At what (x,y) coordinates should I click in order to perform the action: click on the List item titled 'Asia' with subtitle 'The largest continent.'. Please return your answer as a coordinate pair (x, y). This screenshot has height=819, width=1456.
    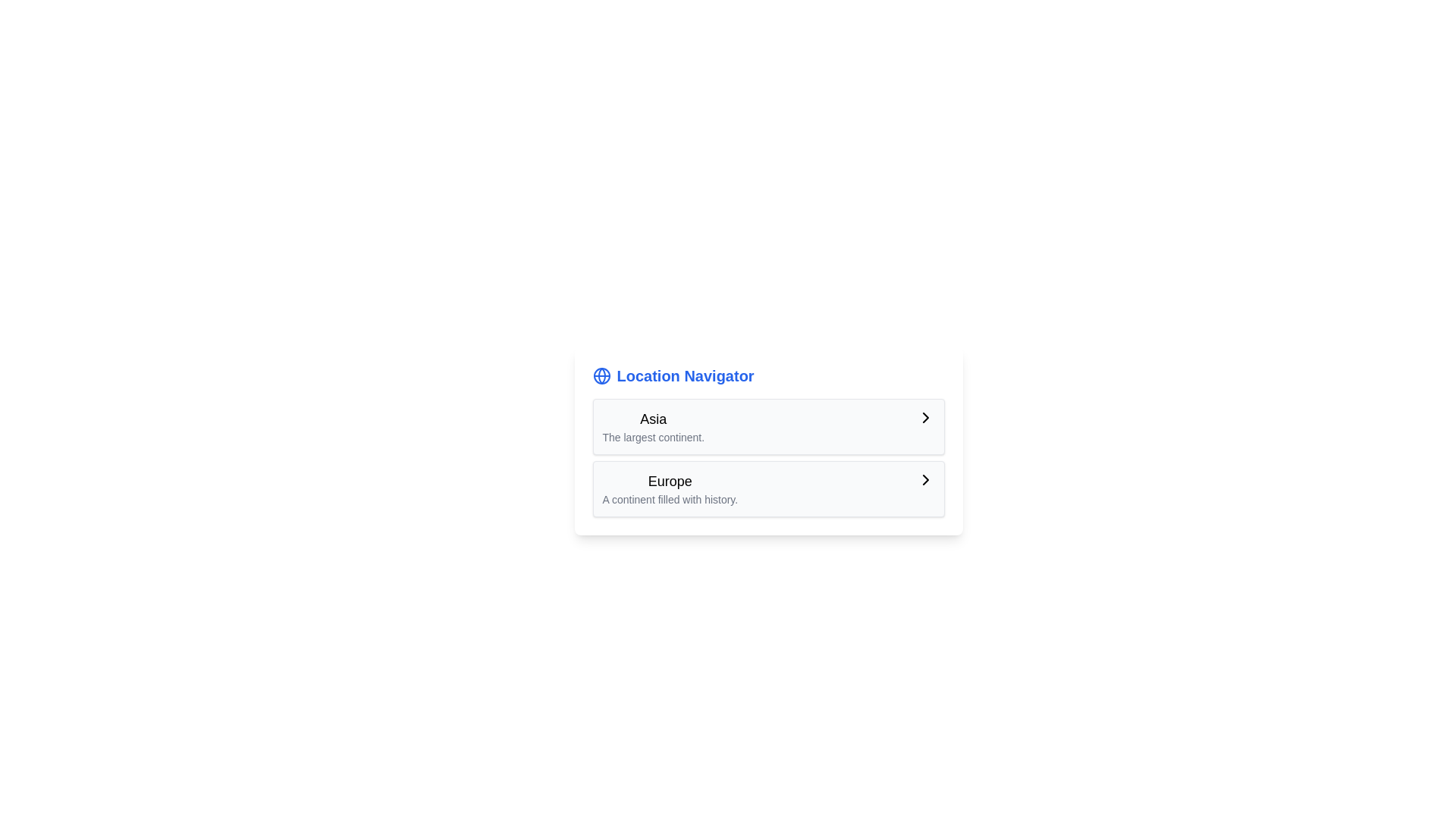
    Looking at the image, I should click on (768, 427).